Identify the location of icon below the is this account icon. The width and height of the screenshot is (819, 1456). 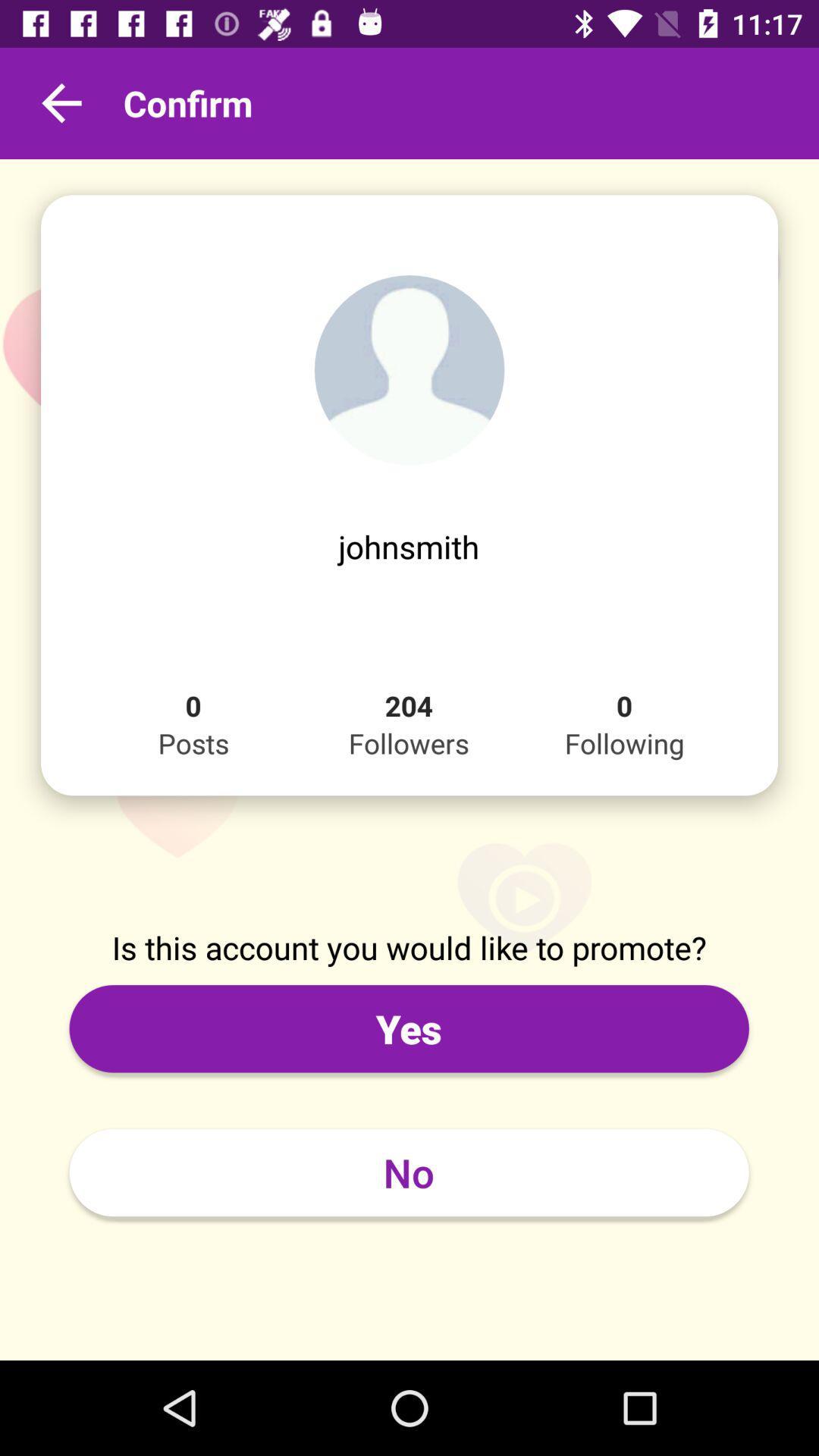
(408, 1028).